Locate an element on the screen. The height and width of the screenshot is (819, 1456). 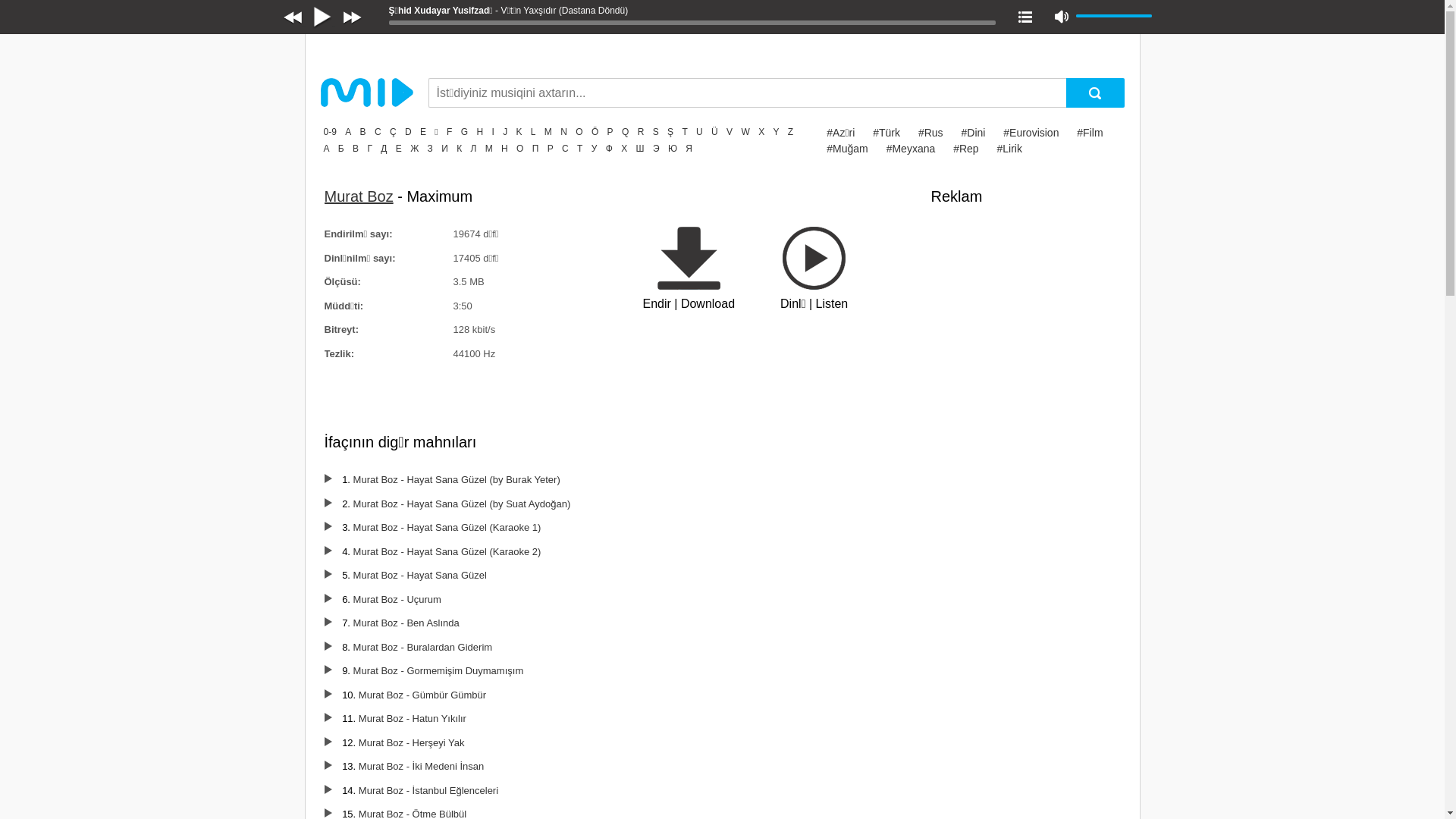
'S' is located at coordinates (652, 130).